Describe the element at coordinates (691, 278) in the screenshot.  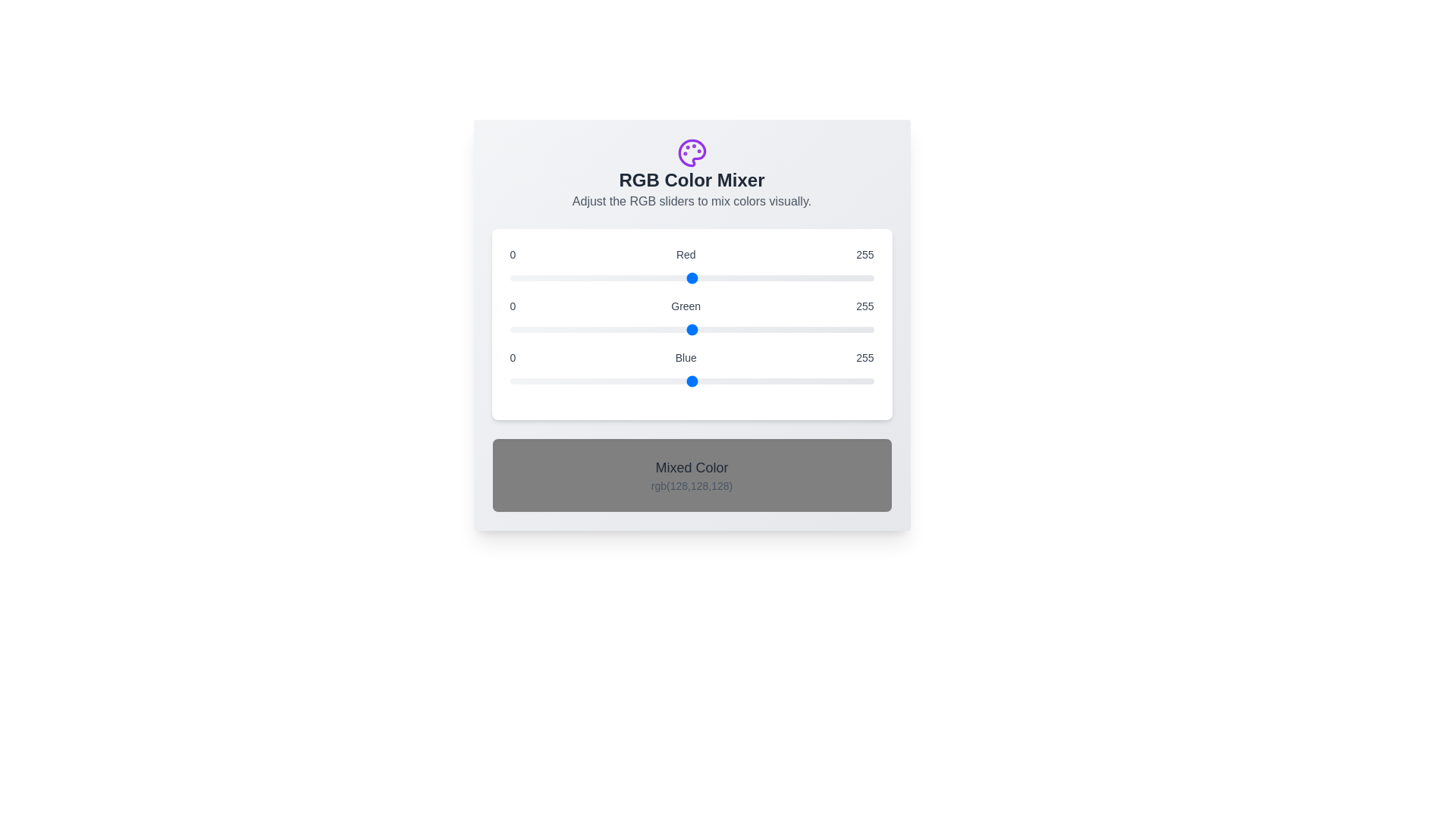
I see `the 0 slider to the value 227 to observe the resulting mixed color` at that location.